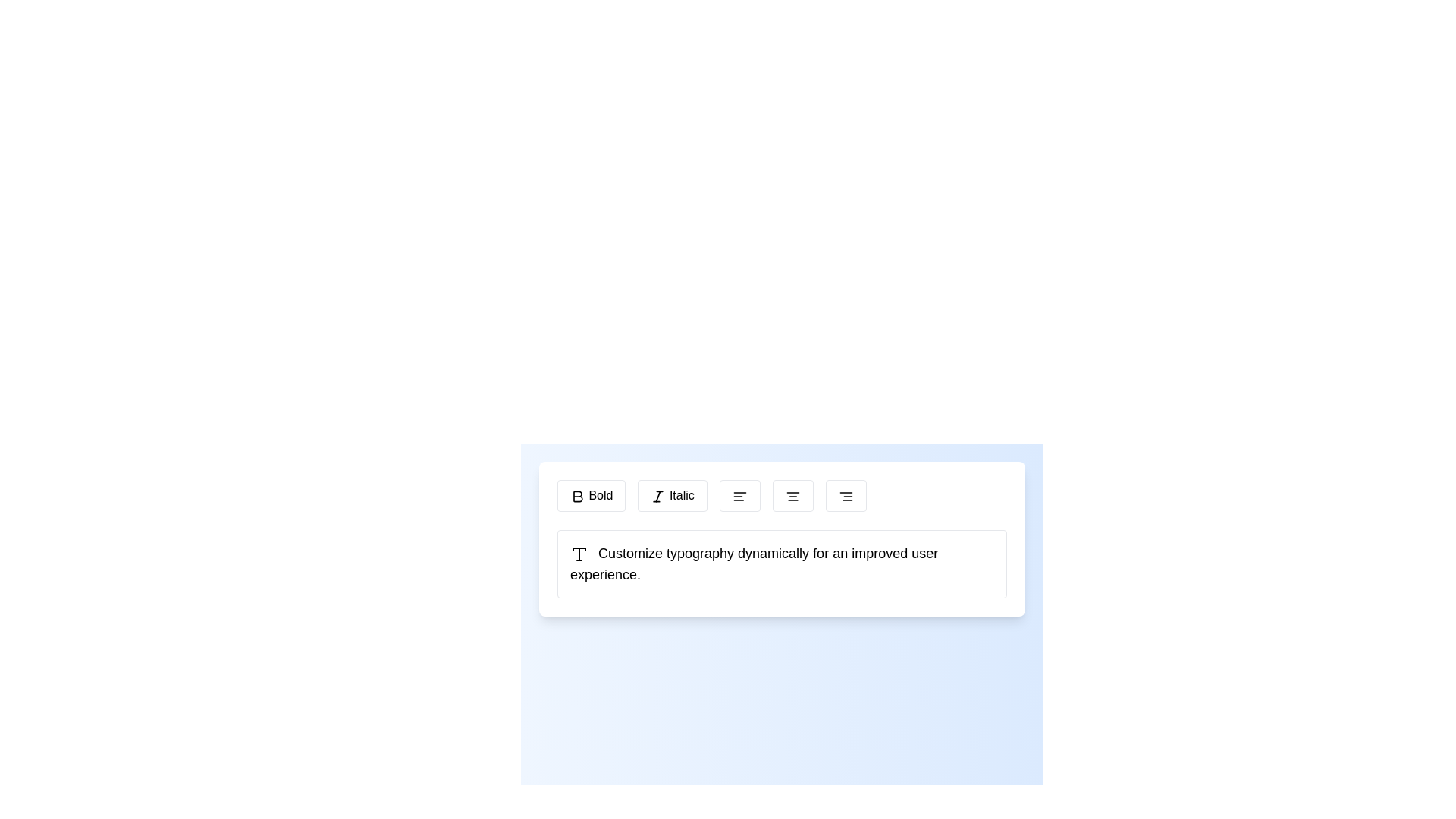 Image resolution: width=1456 pixels, height=819 pixels. Describe the element at coordinates (578, 554) in the screenshot. I see `the 'T' icon with a black outline, positioned to the far-left of the text 'Customize typography dynamically for an improved user experience.'` at that location.